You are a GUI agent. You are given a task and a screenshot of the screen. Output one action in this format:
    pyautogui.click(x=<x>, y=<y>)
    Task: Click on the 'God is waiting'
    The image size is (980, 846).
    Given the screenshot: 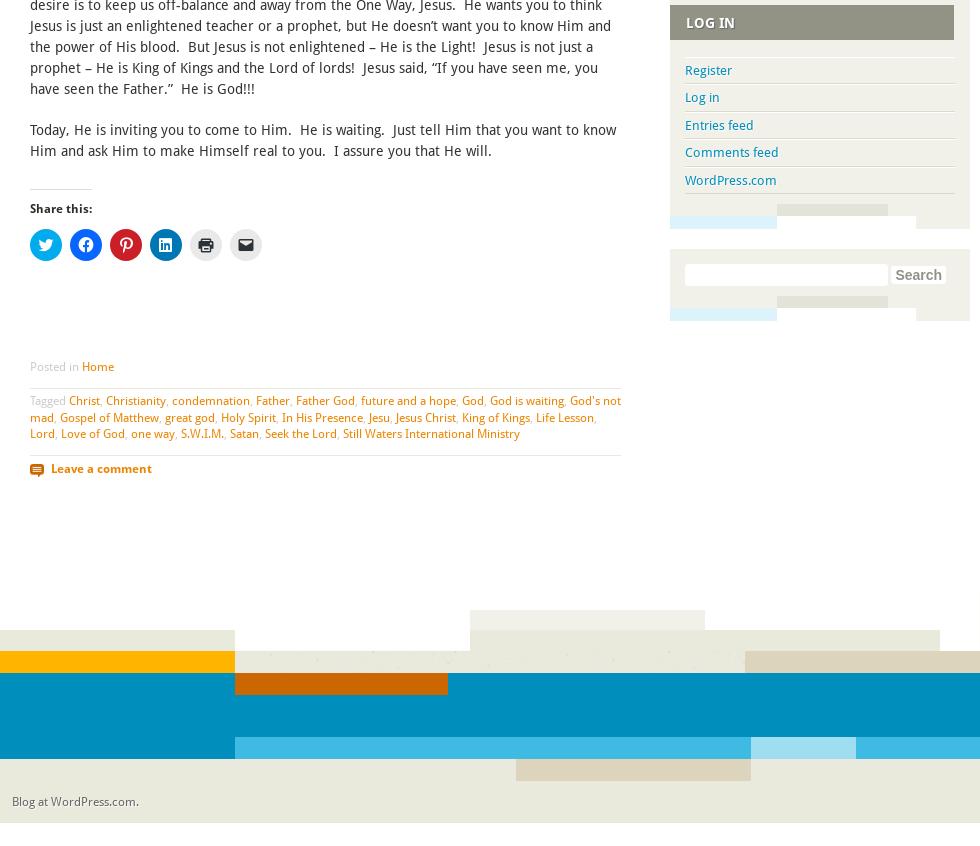 What is the action you would take?
    pyautogui.click(x=527, y=399)
    